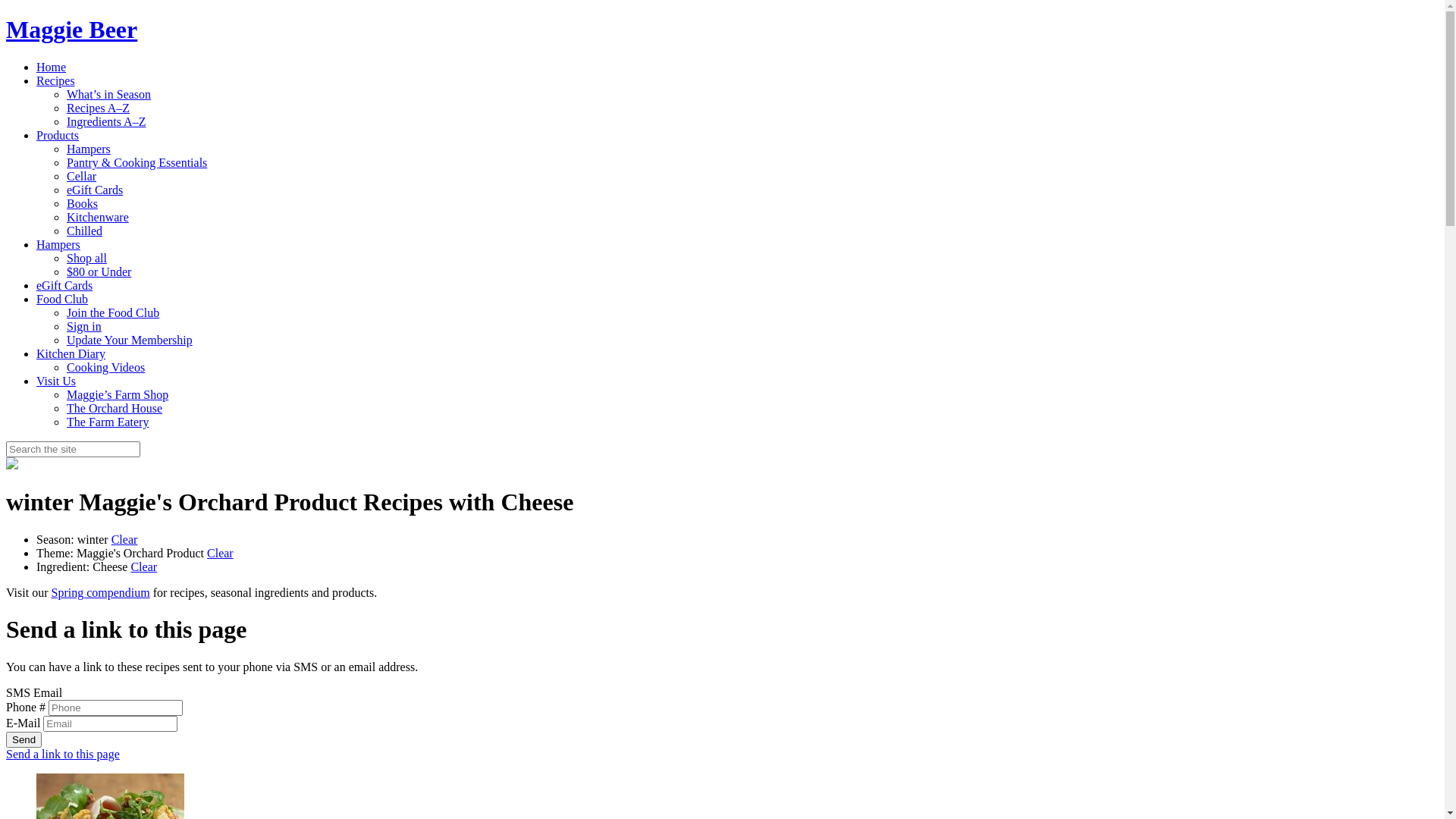 The image size is (1456, 819). I want to click on 'Cellar', so click(65, 175).